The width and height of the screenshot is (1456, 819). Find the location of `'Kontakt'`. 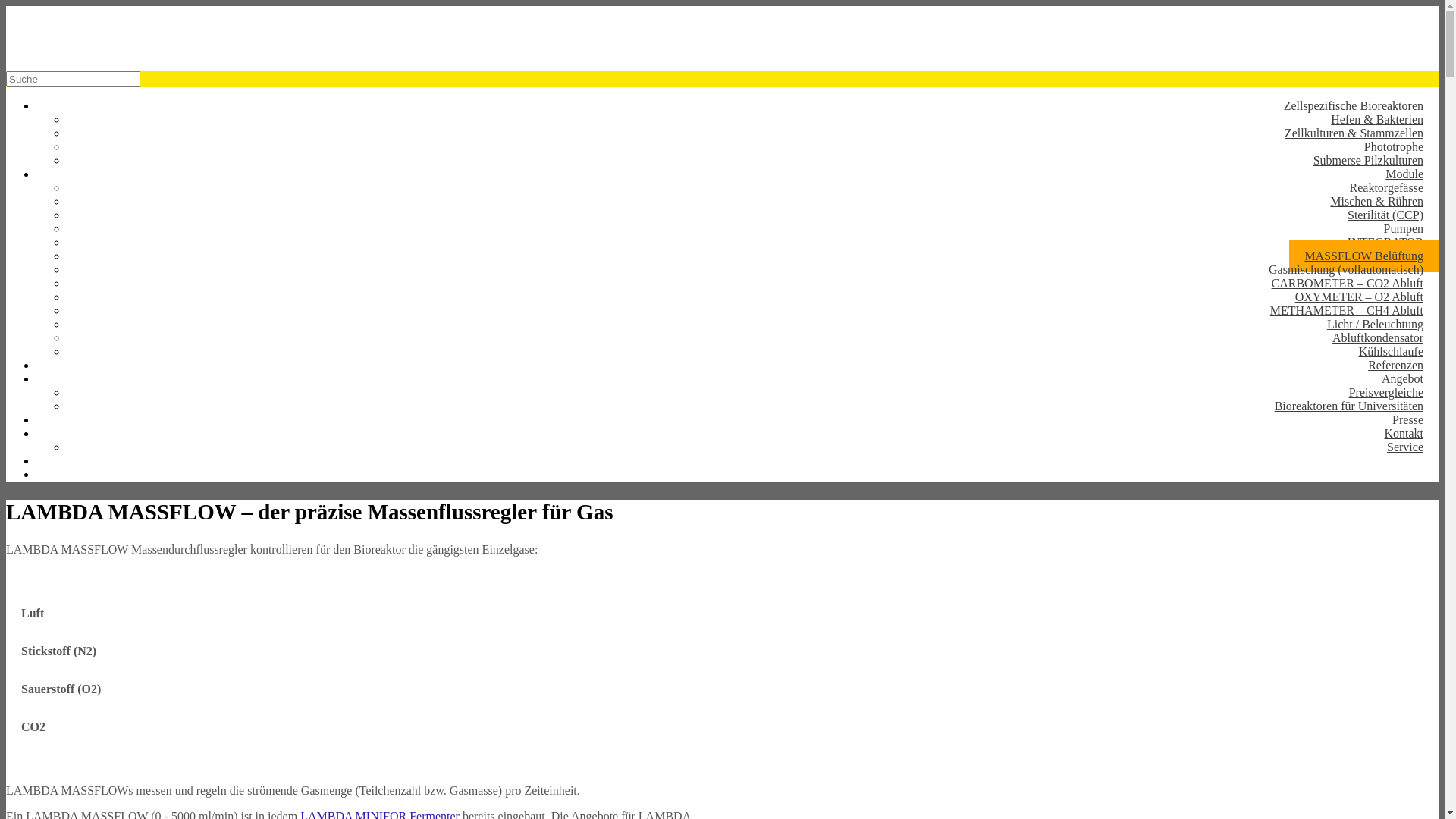

'Kontakt' is located at coordinates (1403, 433).